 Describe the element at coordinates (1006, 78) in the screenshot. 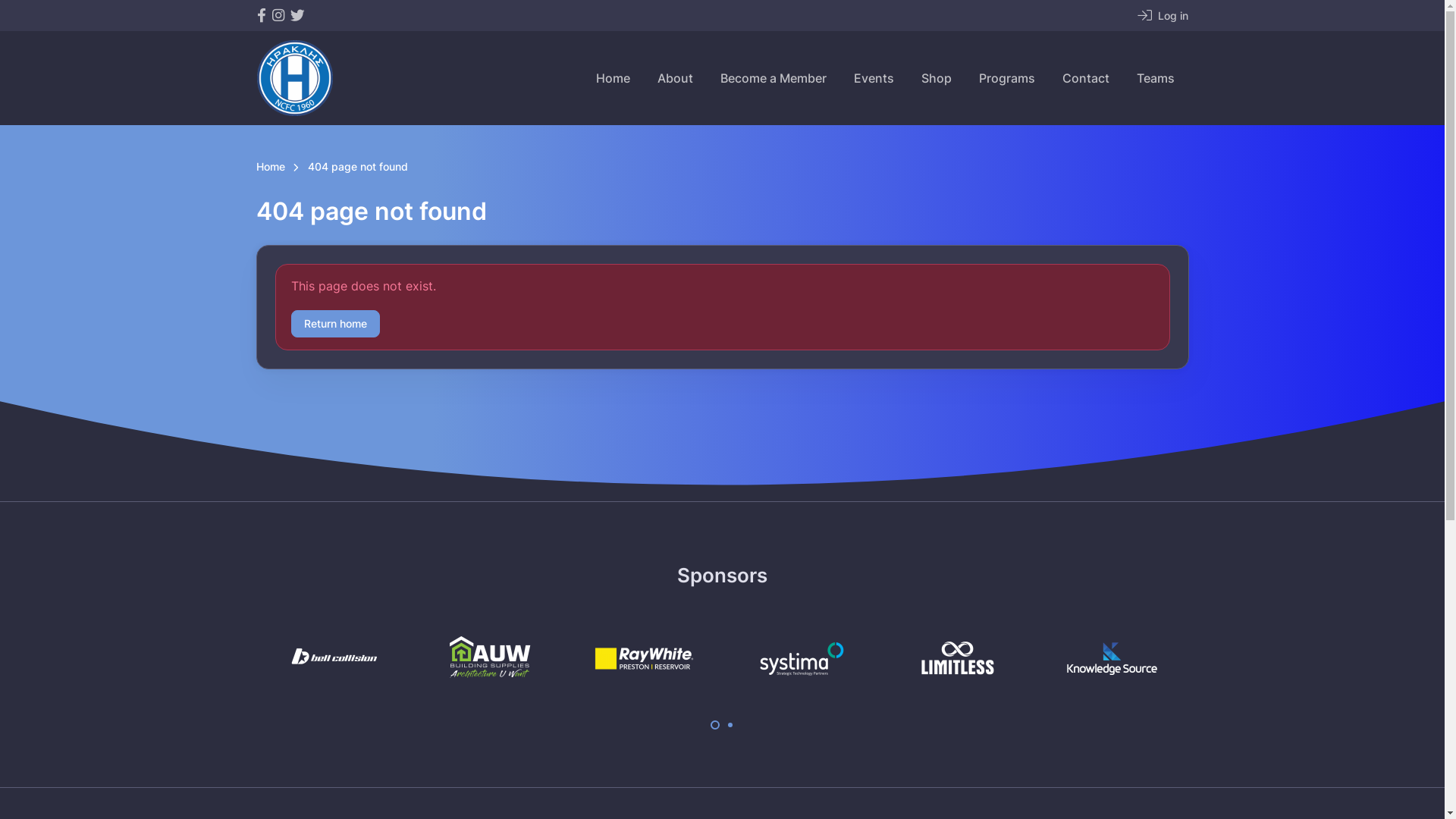

I see `'Programs'` at that location.